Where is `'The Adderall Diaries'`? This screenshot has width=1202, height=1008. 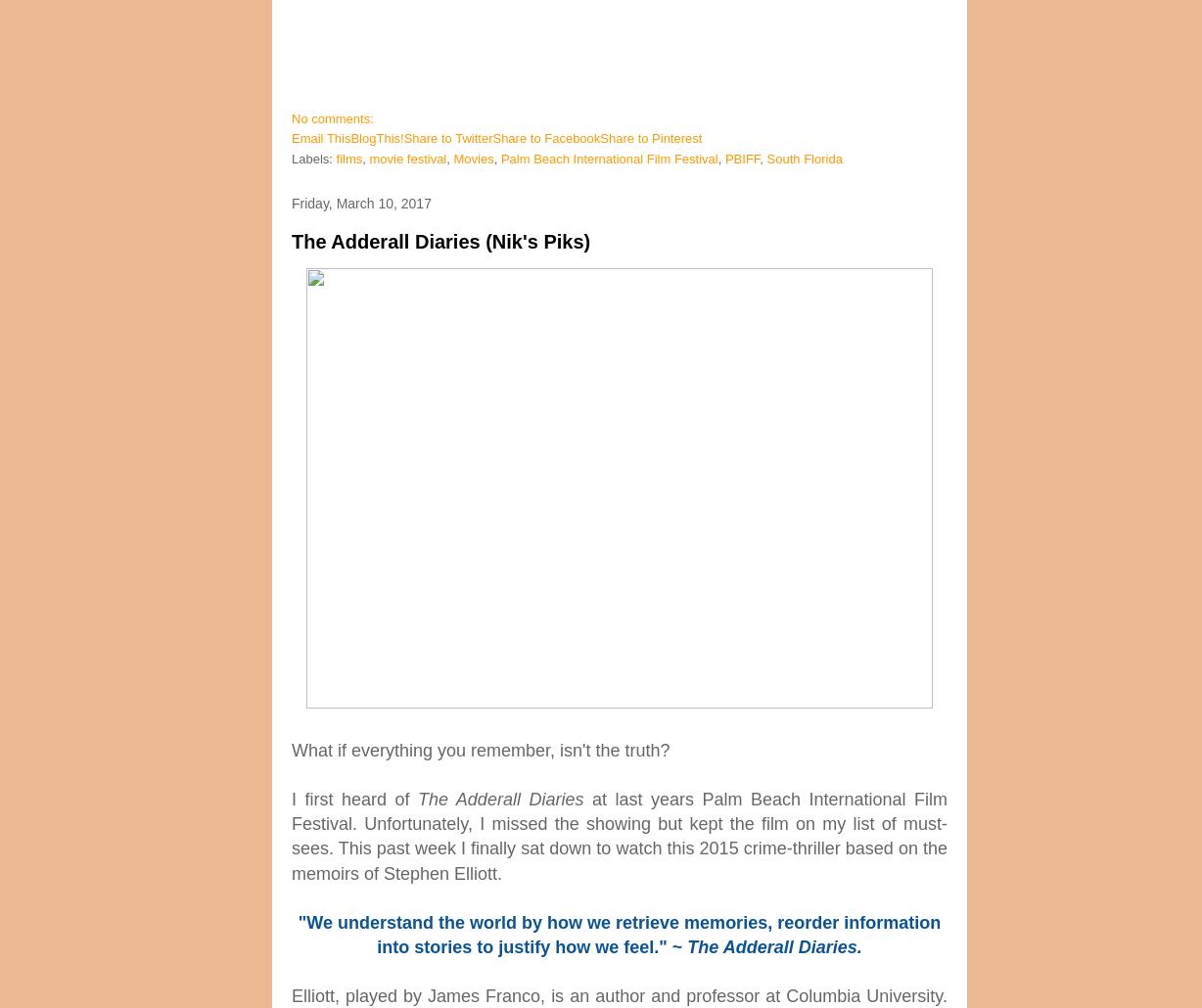
'The Adderall Diaries' is located at coordinates (499, 797).